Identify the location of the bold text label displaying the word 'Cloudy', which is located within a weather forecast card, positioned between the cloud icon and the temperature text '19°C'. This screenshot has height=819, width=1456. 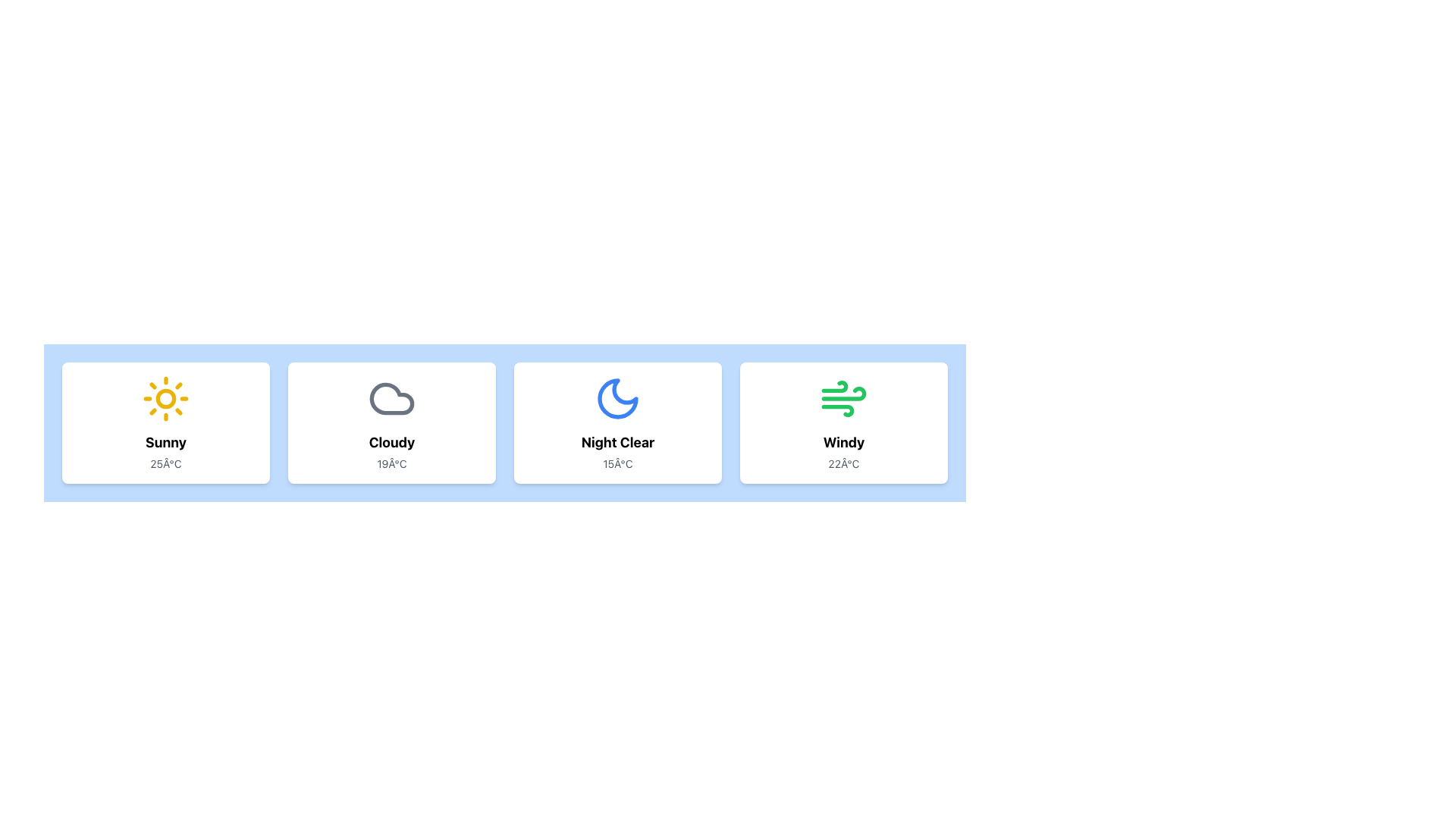
(392, 442).